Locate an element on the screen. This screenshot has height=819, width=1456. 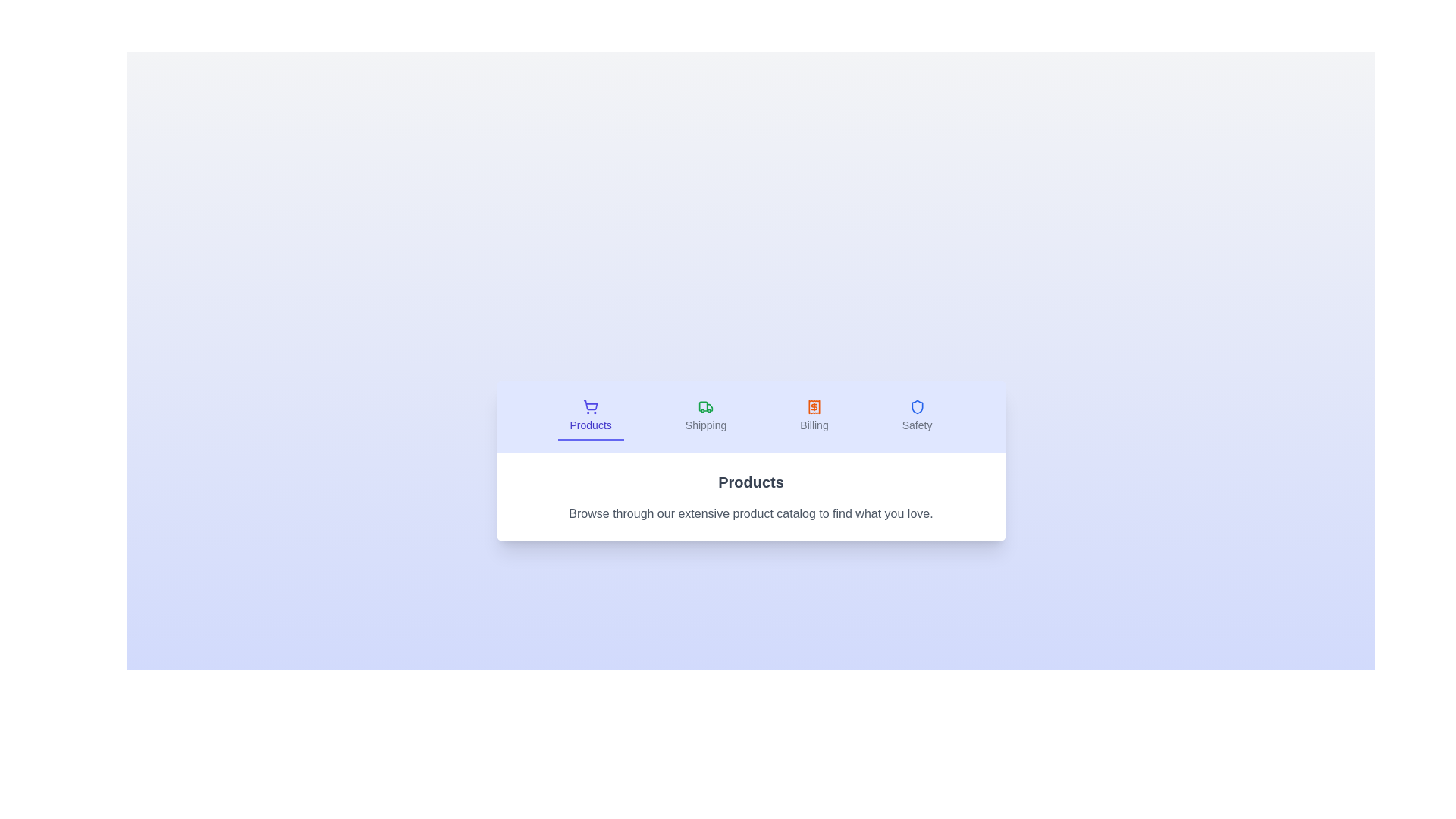
the Safety tab to switch to its content is located at coordinates (916, 417).